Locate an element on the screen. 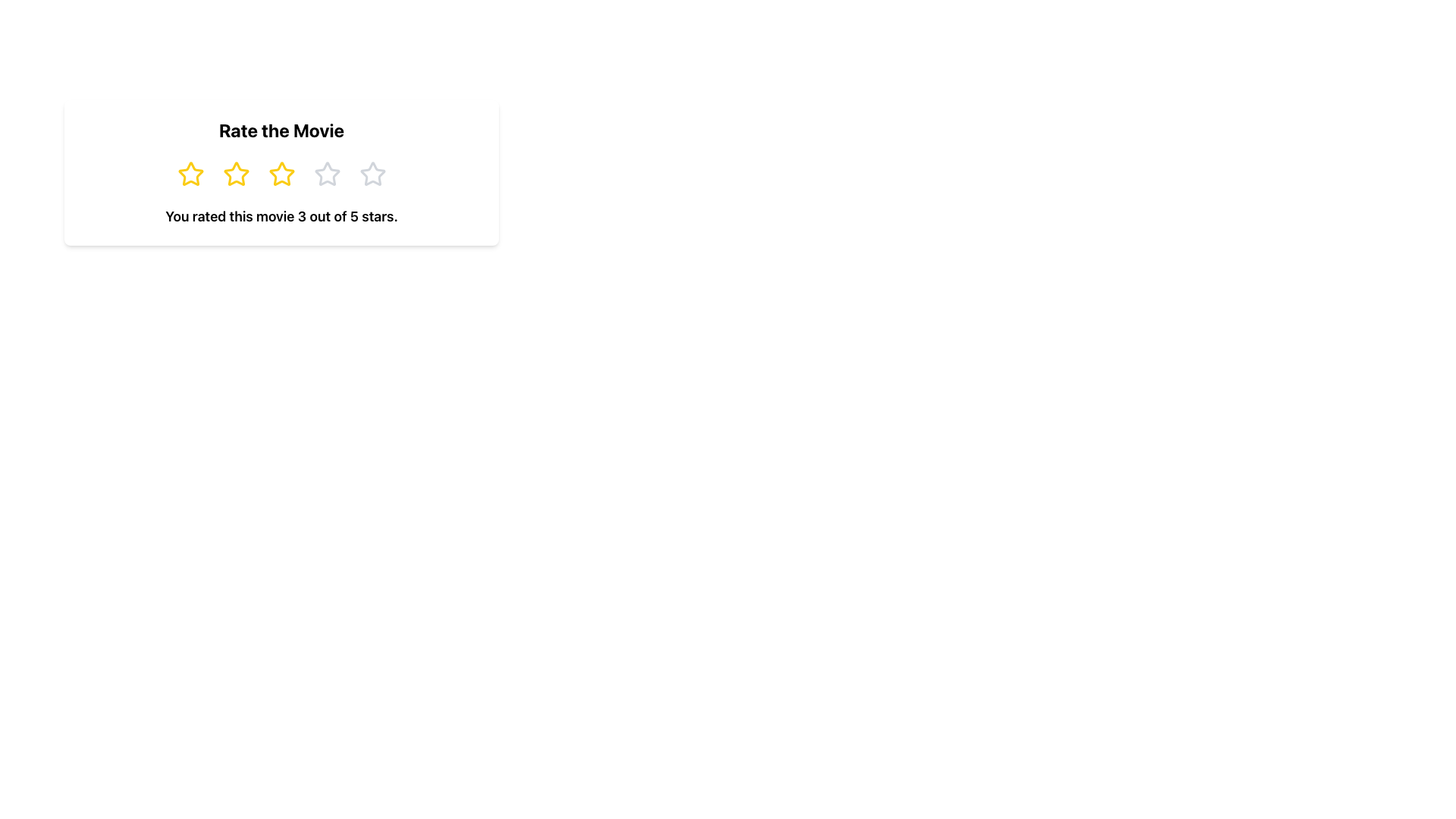 The image size is (1456, 819). the third star icon in the rating system is located at coordinates (281, 174).